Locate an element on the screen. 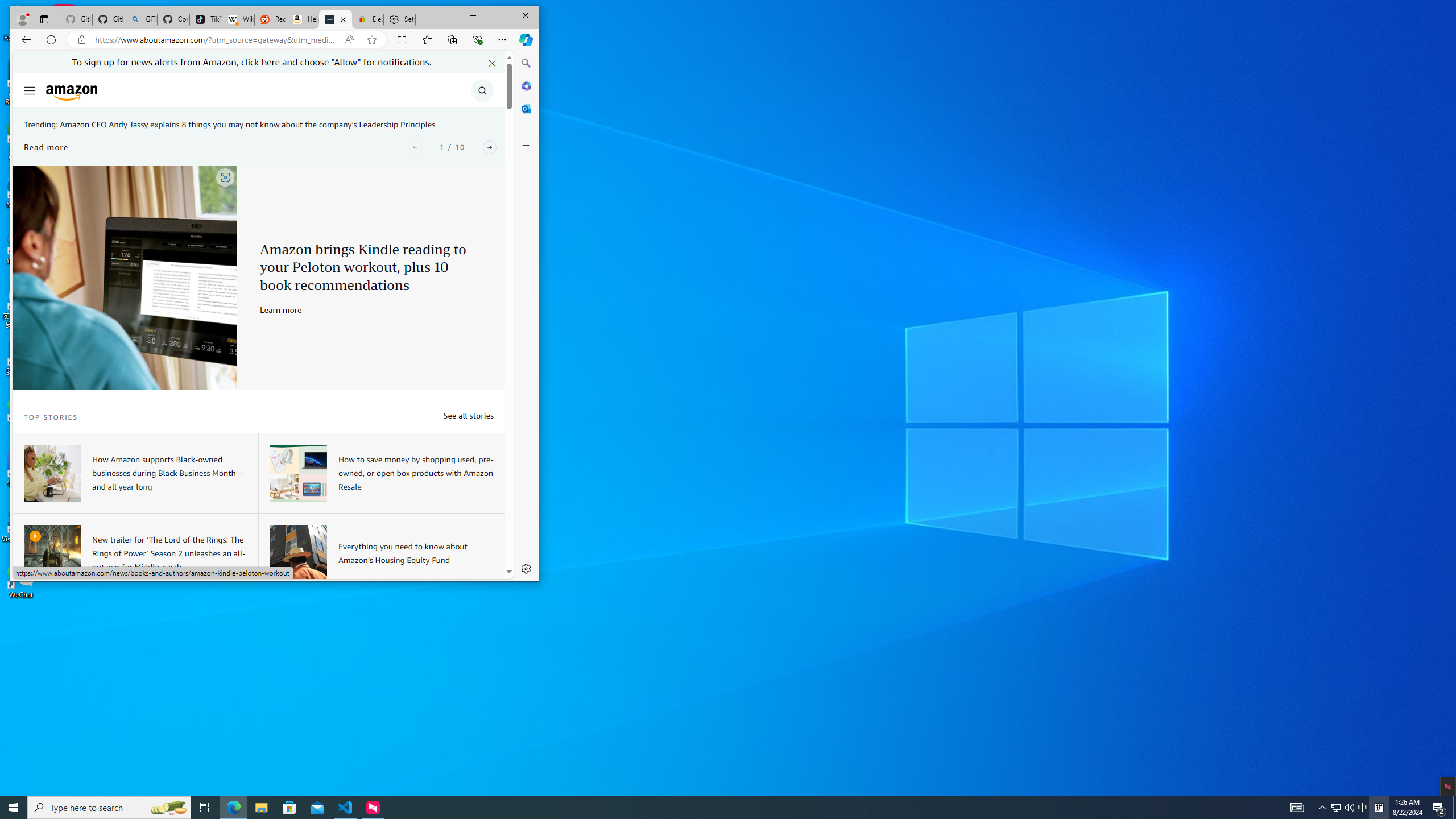  'AutomationID: 4105' is located at coordinates (1296, 806).